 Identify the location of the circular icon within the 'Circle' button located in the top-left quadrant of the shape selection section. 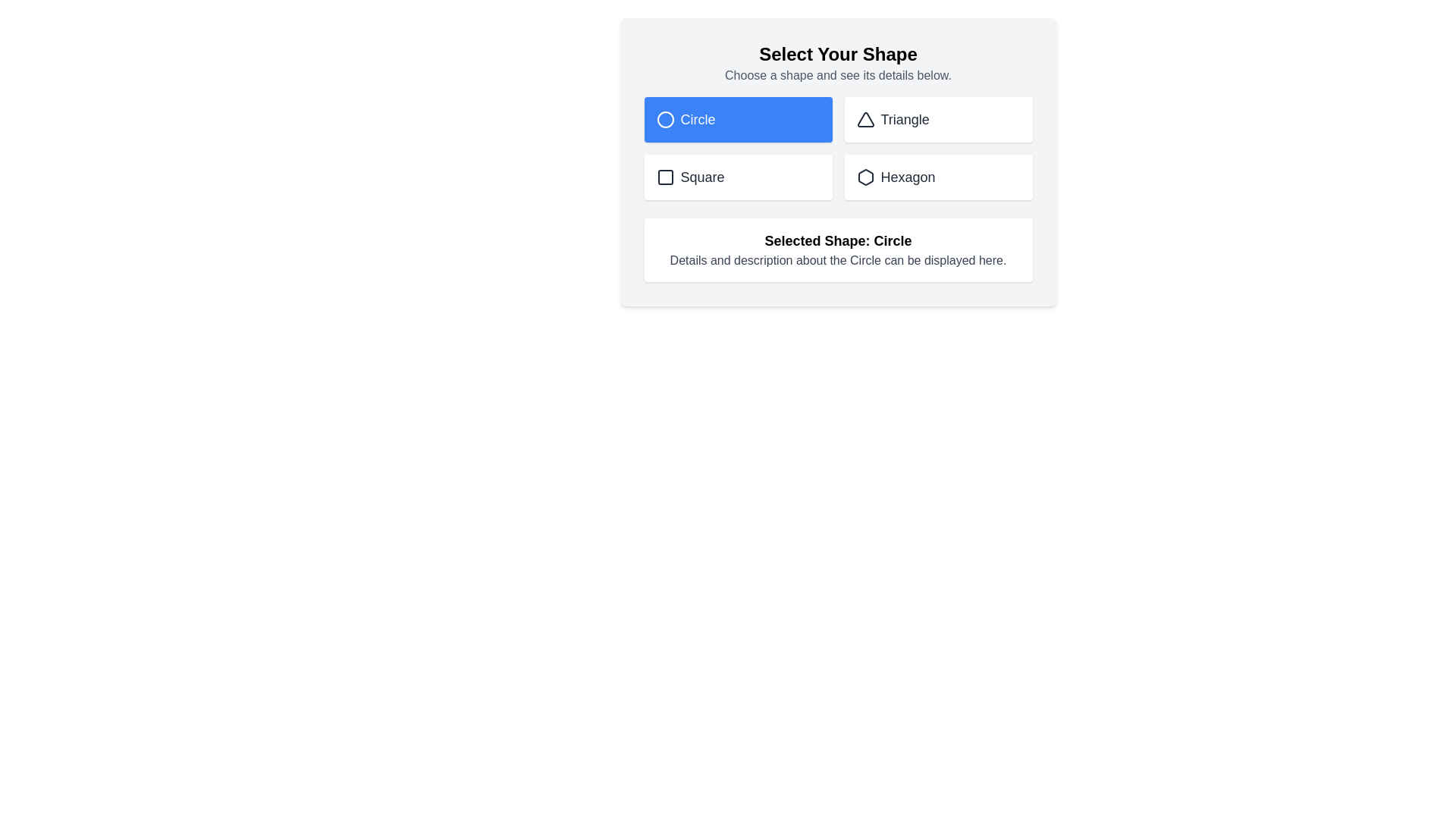
(665, 119).